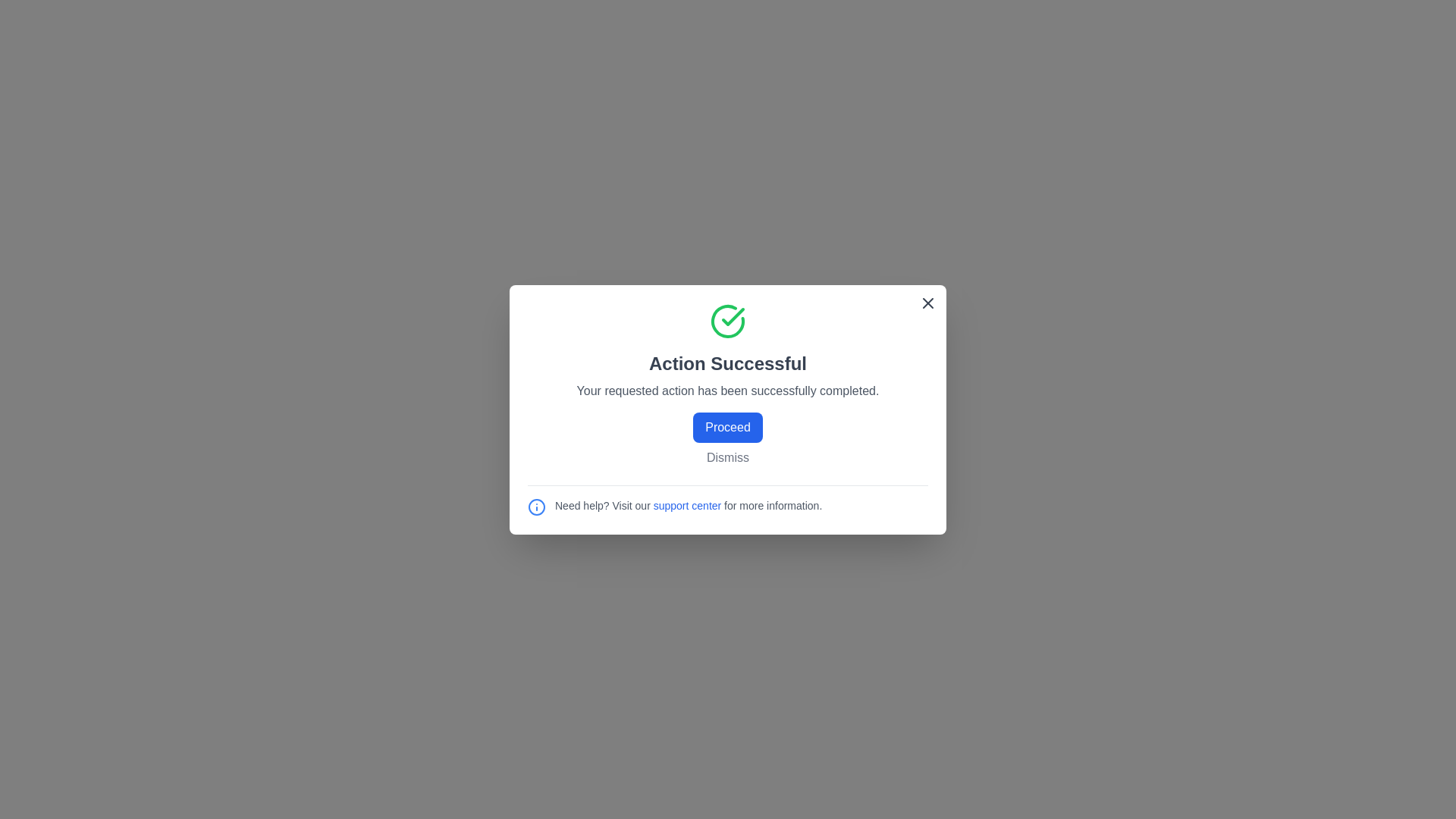  I want to click on the text link, so click(728, 457).